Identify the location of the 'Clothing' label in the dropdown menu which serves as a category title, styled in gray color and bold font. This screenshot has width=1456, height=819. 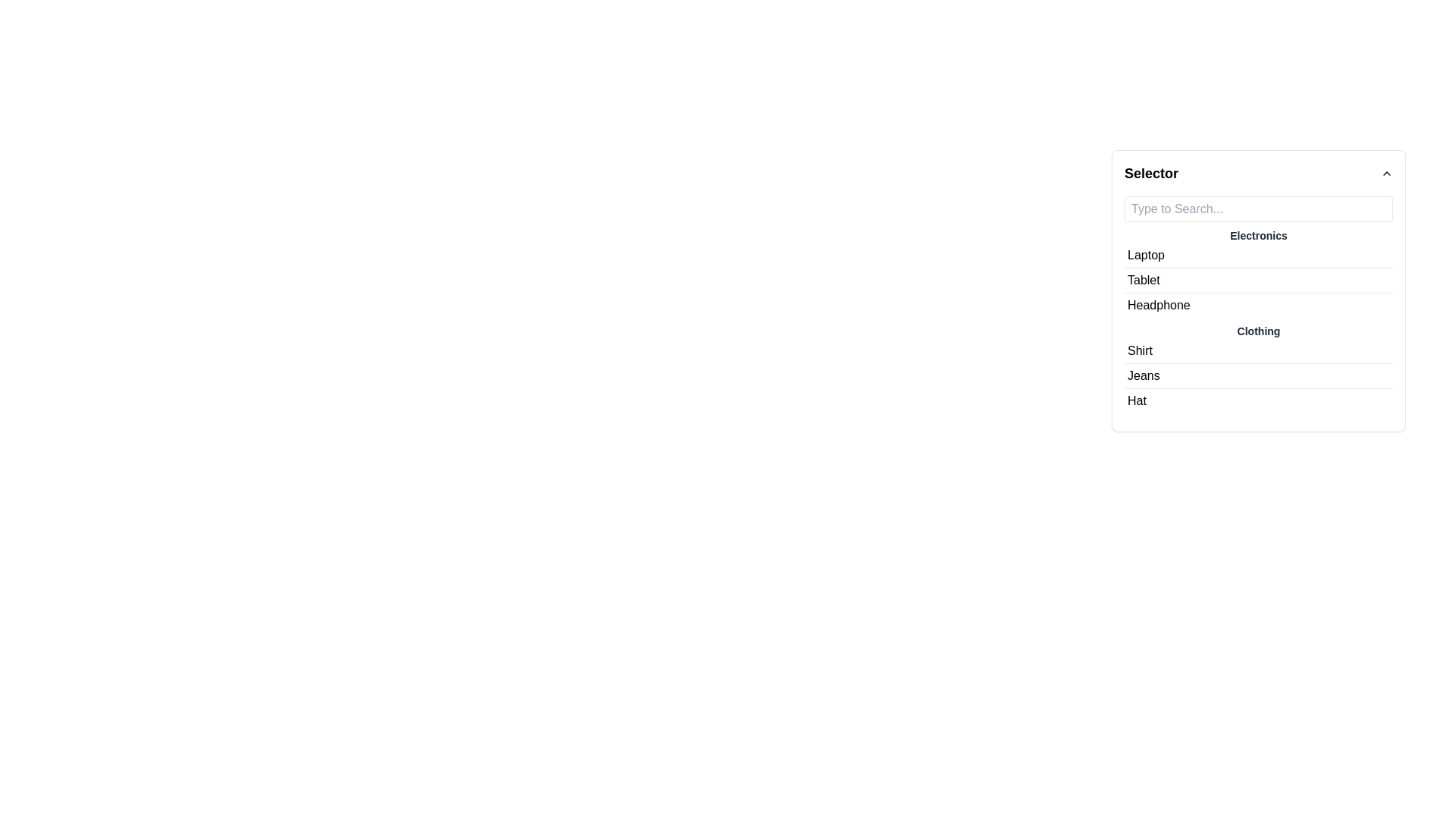
(1259, 330).